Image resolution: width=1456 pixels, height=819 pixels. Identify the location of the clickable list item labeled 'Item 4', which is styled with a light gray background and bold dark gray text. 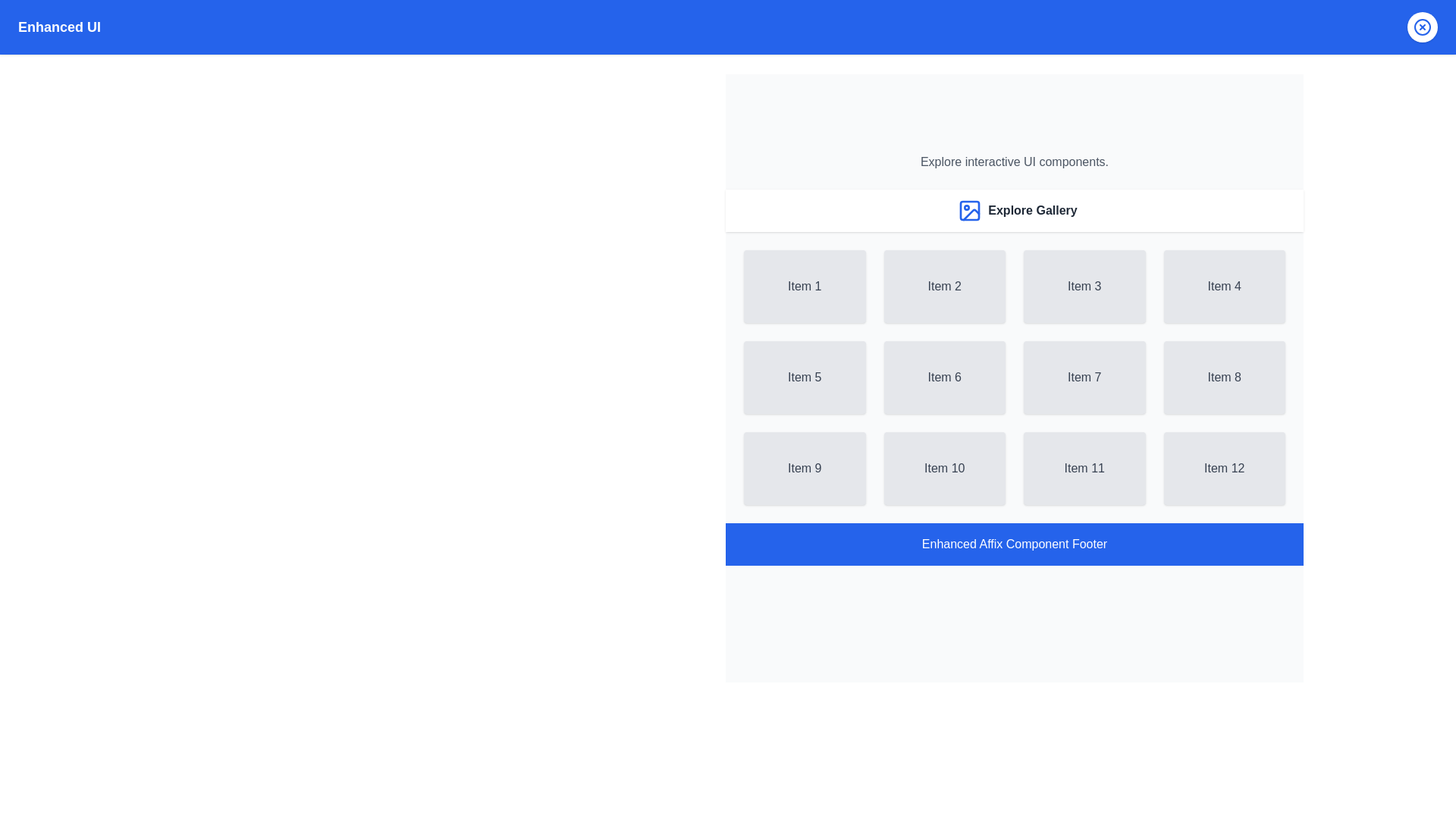
(1224, 287).